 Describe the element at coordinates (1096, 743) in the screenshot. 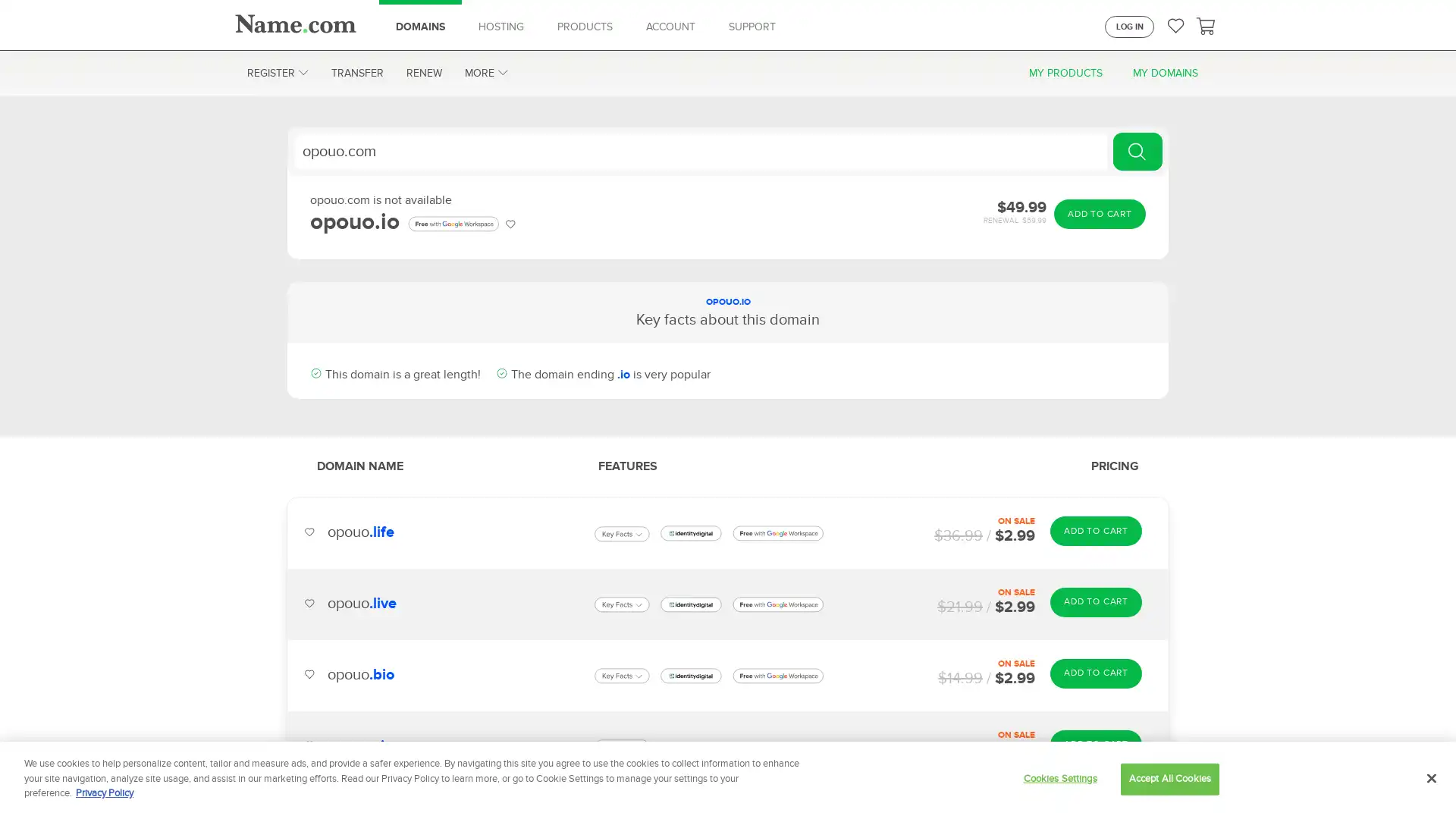

I see `ADD TO CART` at that location.